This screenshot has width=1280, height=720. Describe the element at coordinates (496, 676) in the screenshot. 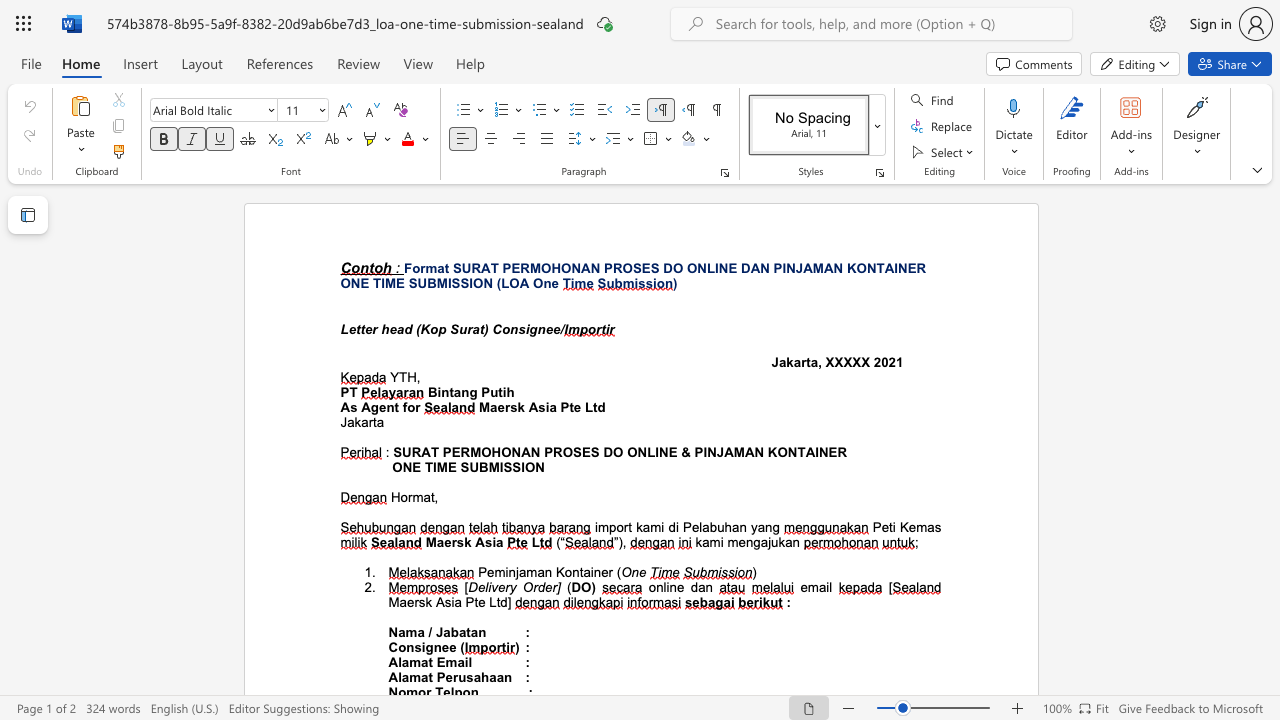

I see `the subset text "an" within the text "Alamat Perusahaan"` at that location.